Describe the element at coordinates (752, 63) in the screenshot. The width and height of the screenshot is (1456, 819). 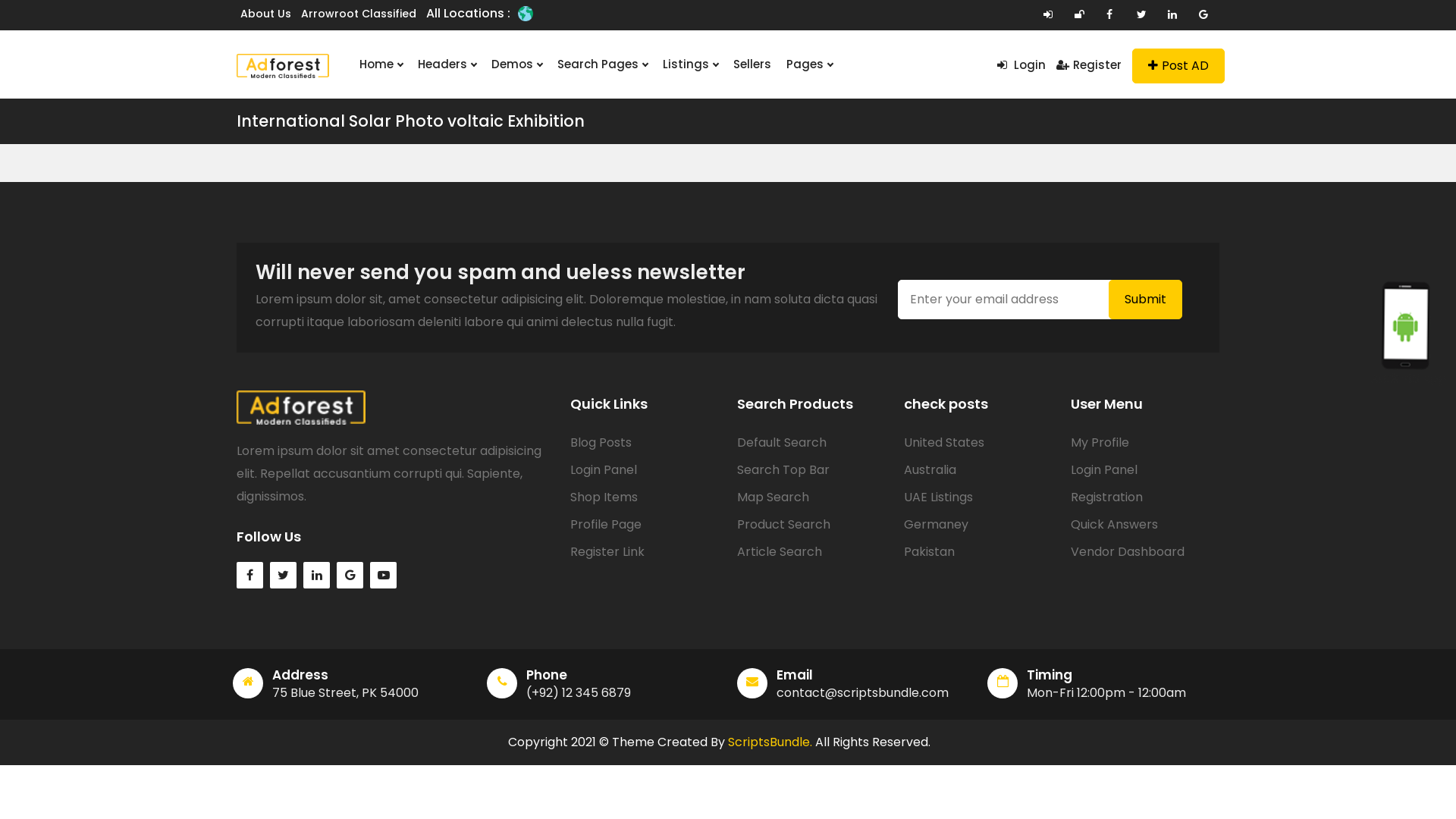
I see `'Sellers'` at that location.